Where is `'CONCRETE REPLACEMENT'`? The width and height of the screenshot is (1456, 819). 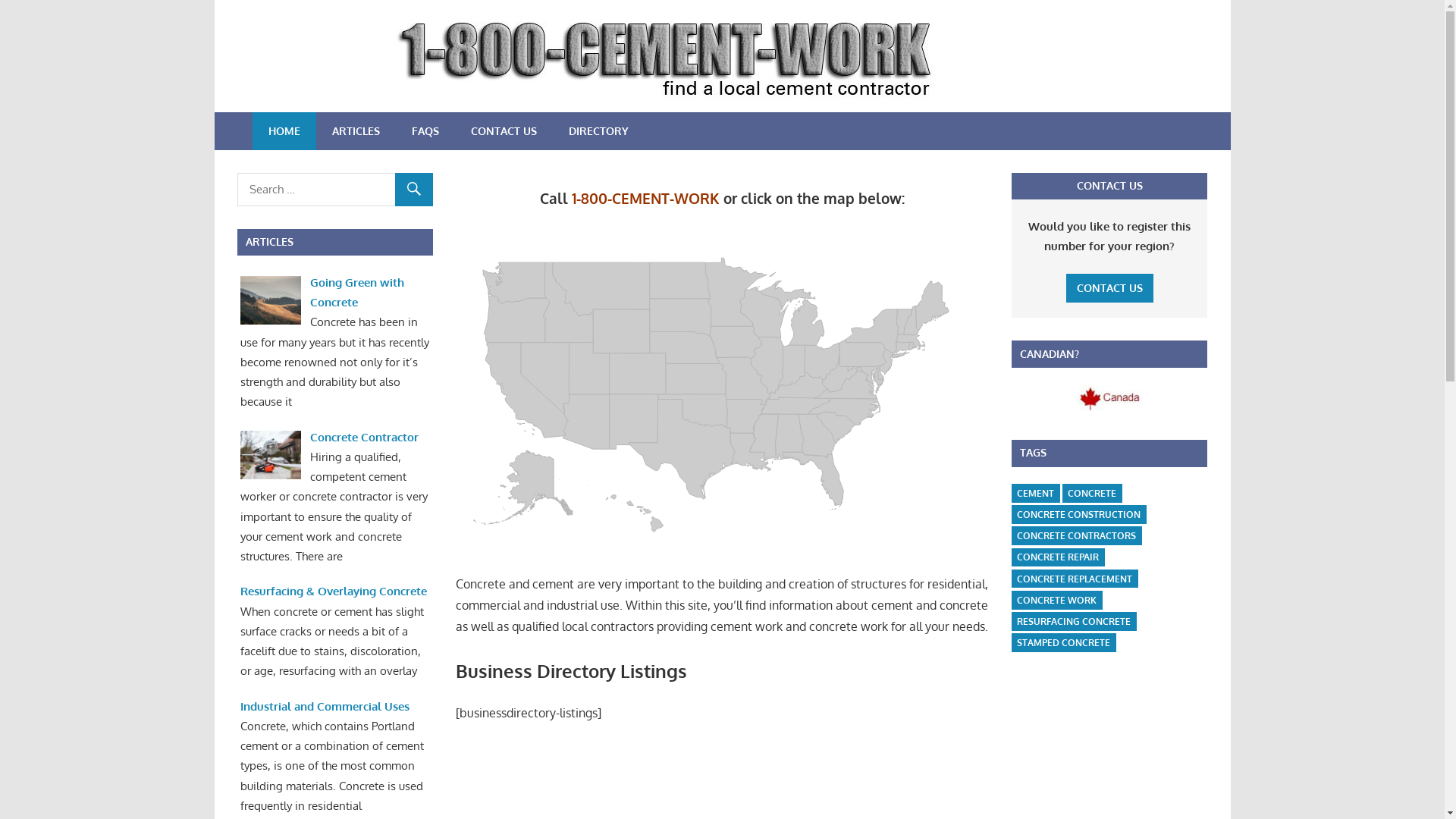
'CONCRETE REPLACEMENT' is located at coordinates (1073, 579).